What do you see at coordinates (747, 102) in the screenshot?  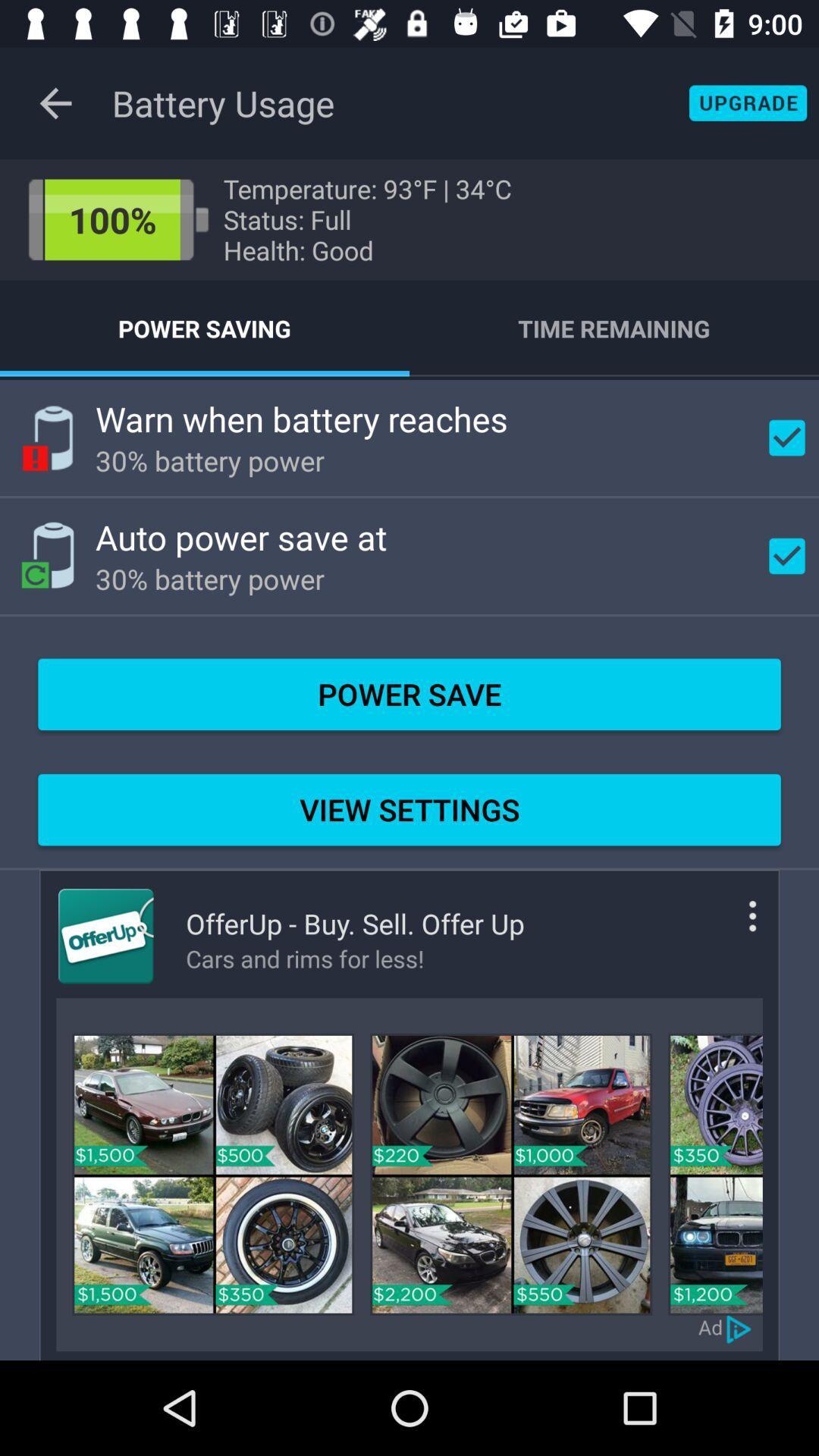 I see `shows upgrade button` at bounding box center [747, 102].